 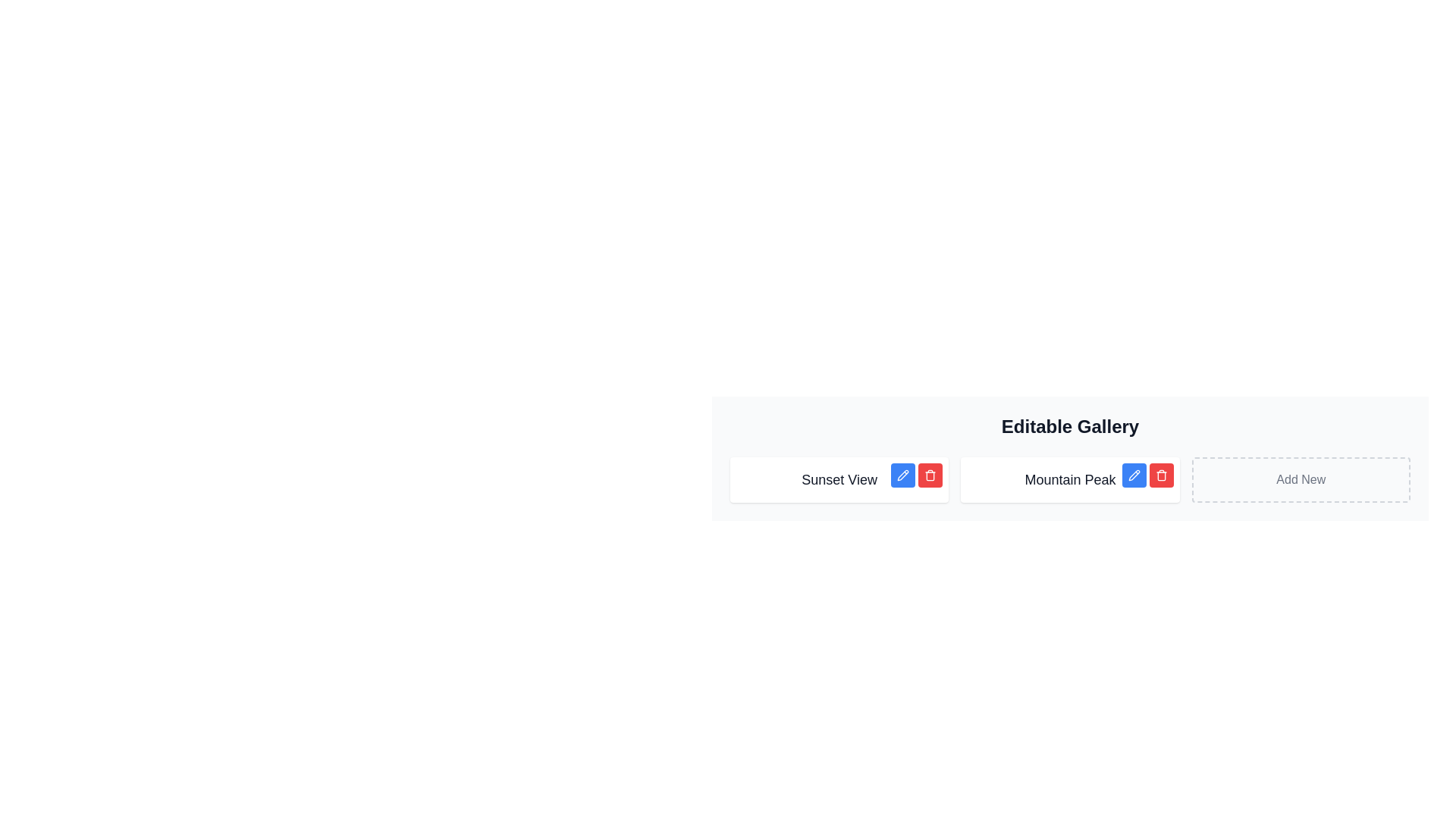 I want to click on the blue button with a pen icon located at the top-right corner of the floating panel, so click(x=902, y=475).